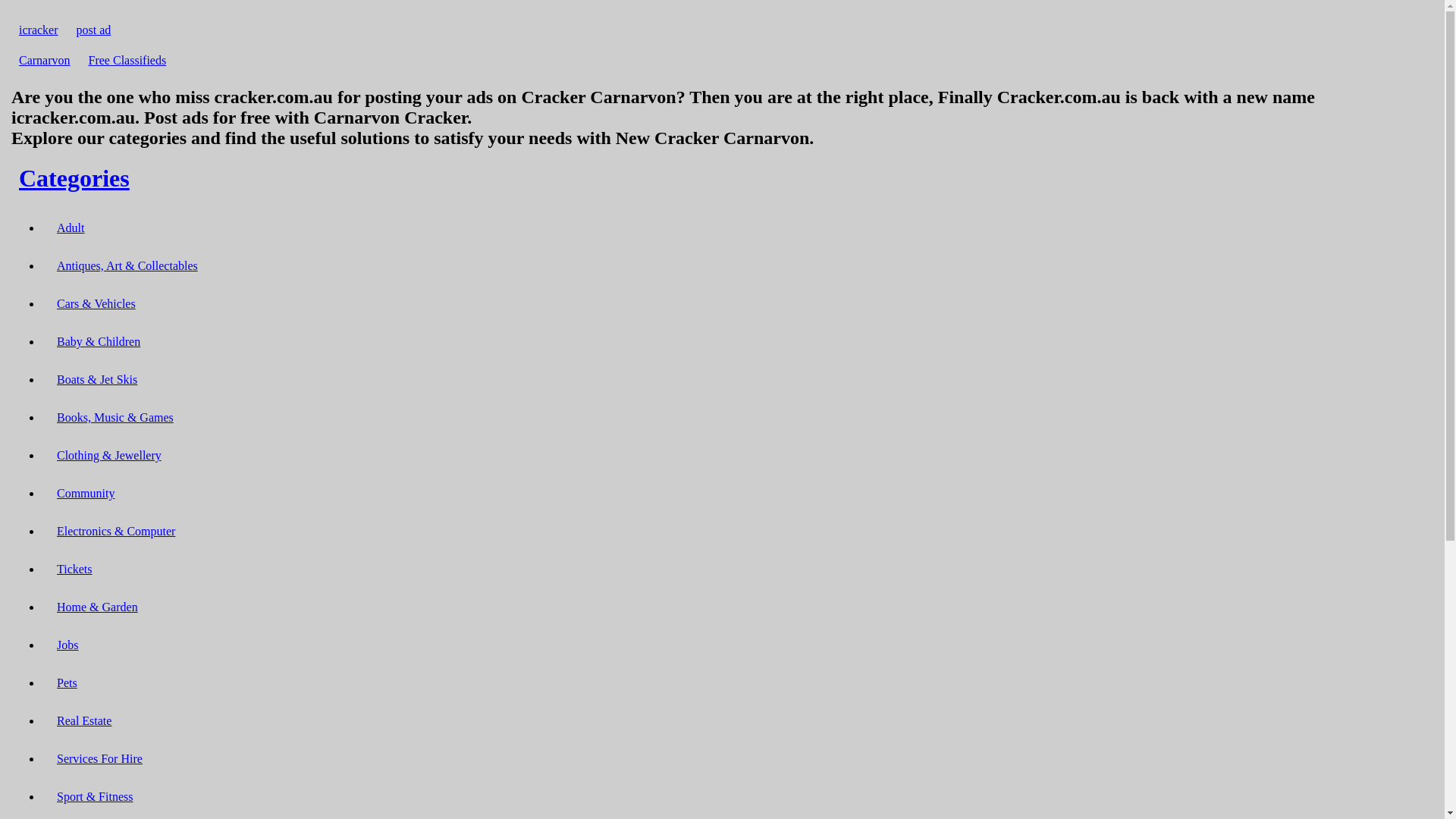 The width and height of the screenshot is (1456, 819). Describe the element at coordinates (115, 530) in the screenshot. I see `'Electronics & Computer'` at that location.